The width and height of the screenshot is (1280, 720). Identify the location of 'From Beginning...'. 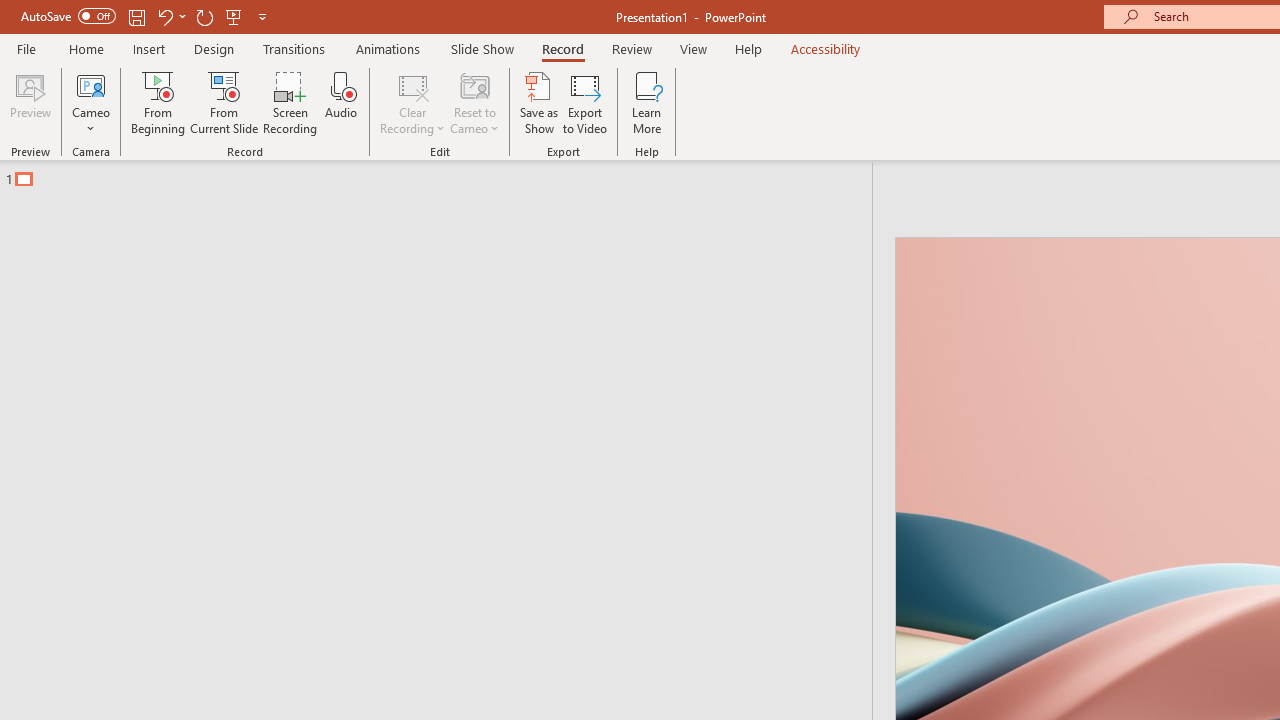
(157, 103).